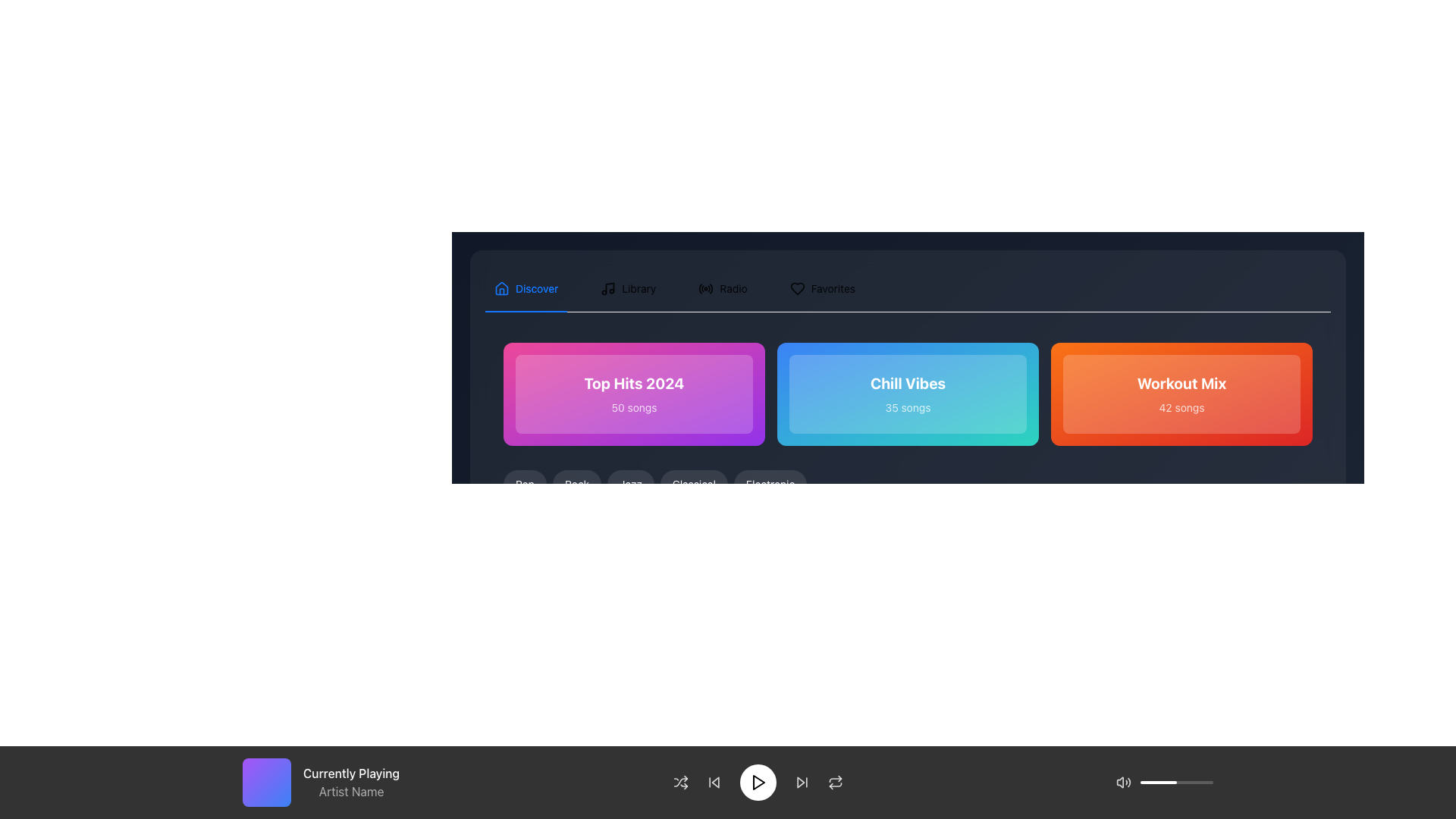 The height and width of the screenshot is (819, 1456). What do you see at coordinates (576, 485) in the screenshot?
I see `the pill-shaped button labeled 'Rock'` at bounding box center [576, 485].